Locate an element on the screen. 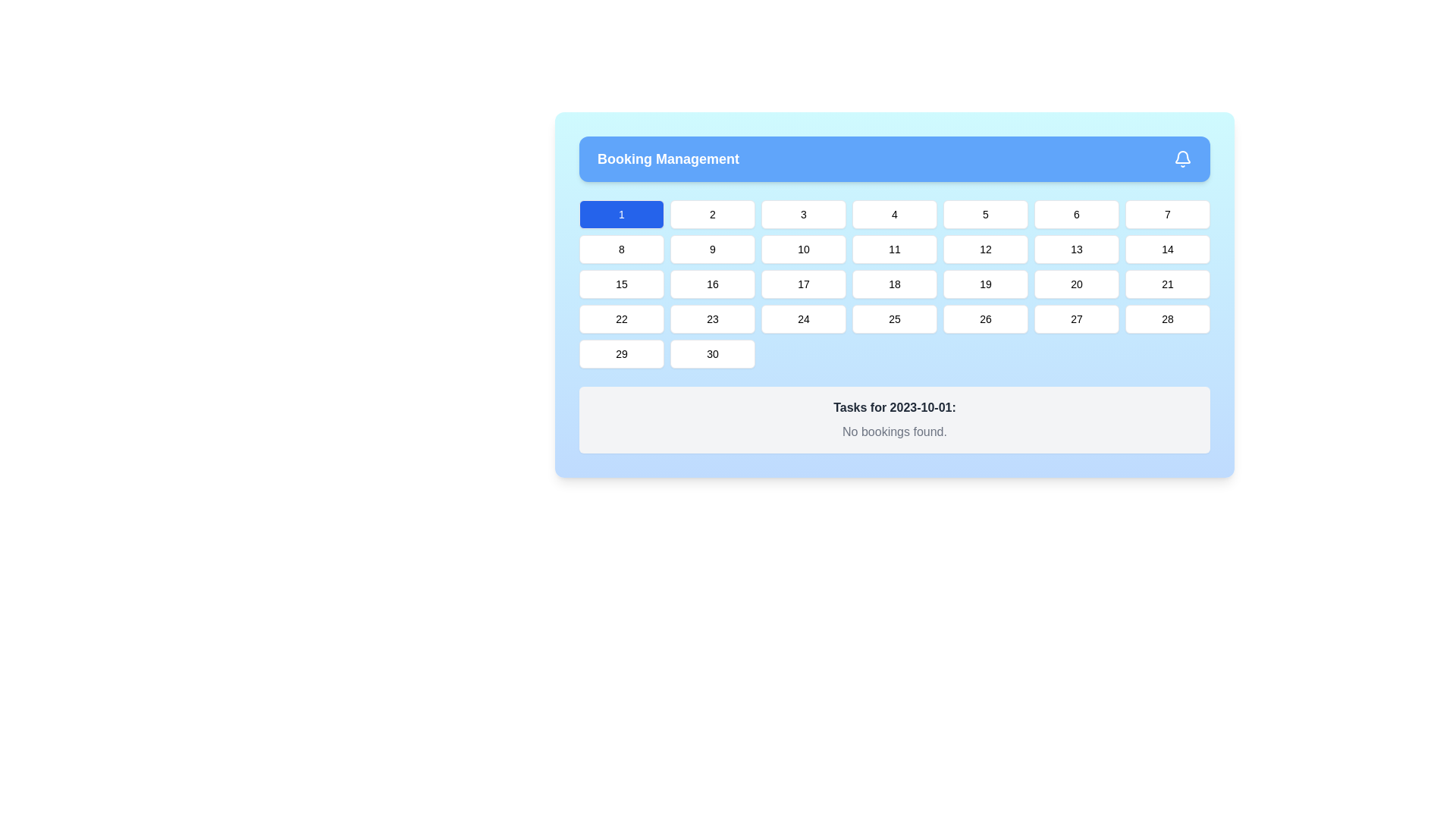 The image size is (1456, 819). the rounded rectangular button labeled '18' in the calendar grid located in the third row and fourth column is located at coordinates (895, 284).